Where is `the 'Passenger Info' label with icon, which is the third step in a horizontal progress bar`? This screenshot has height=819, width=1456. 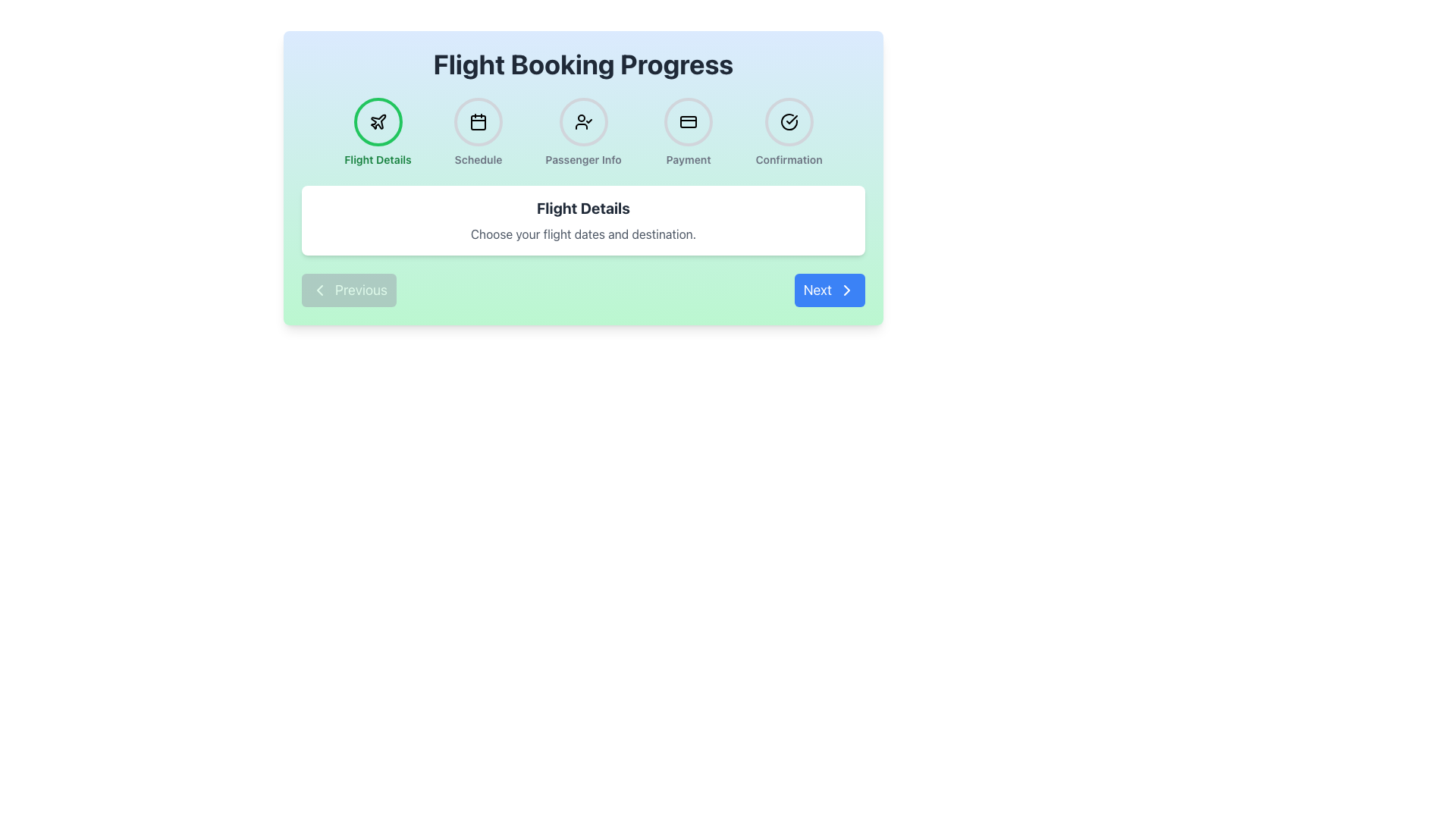
the 'Passenger Info' label with icon, which is the third step in a horizontal progress bar is located at coordinates (582, 131).